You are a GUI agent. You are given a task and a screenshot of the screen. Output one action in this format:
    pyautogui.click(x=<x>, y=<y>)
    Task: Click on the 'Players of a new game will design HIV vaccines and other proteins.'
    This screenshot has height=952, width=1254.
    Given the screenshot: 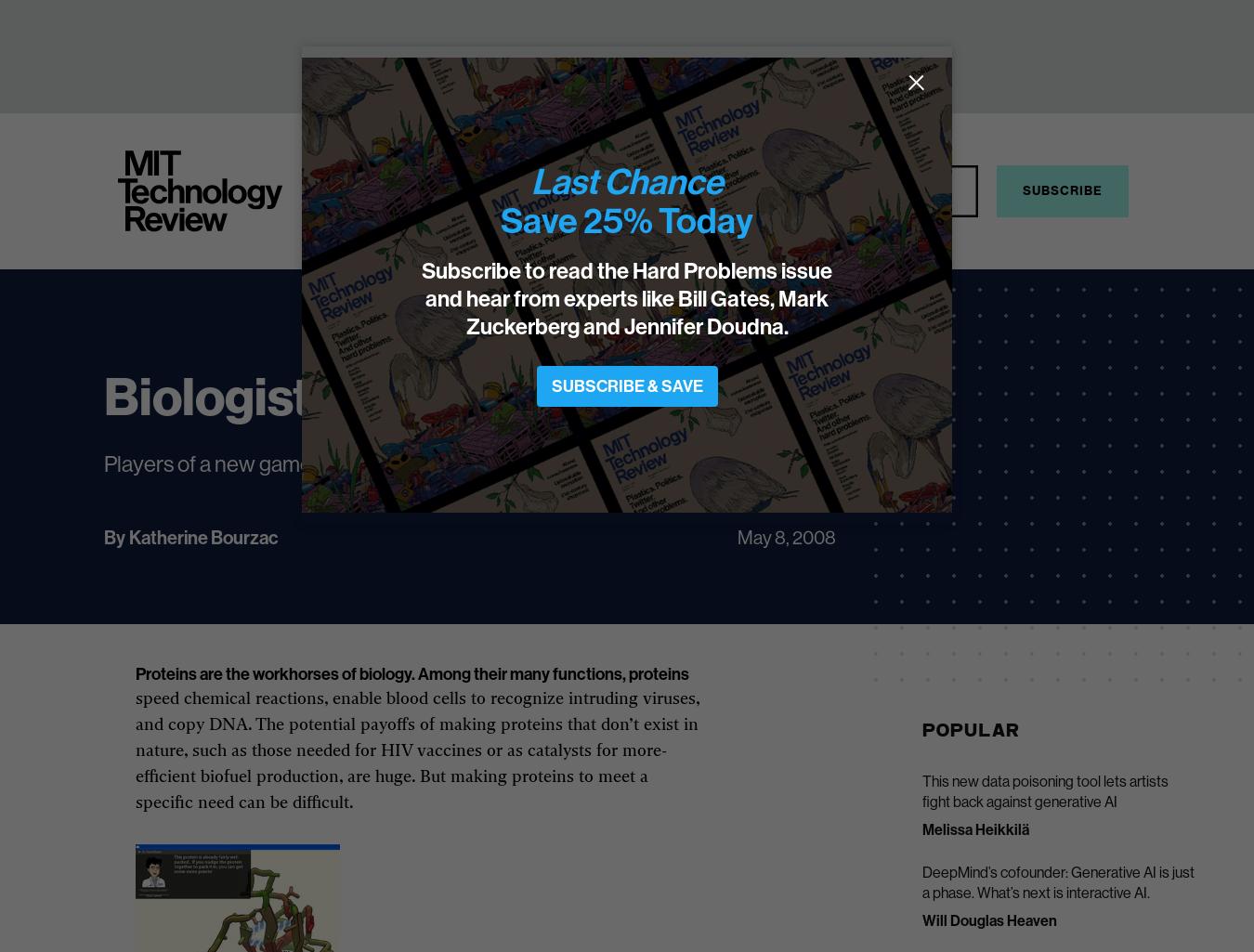 What is the action you would take?
    pyautogui.click(x=410, y=463)
    